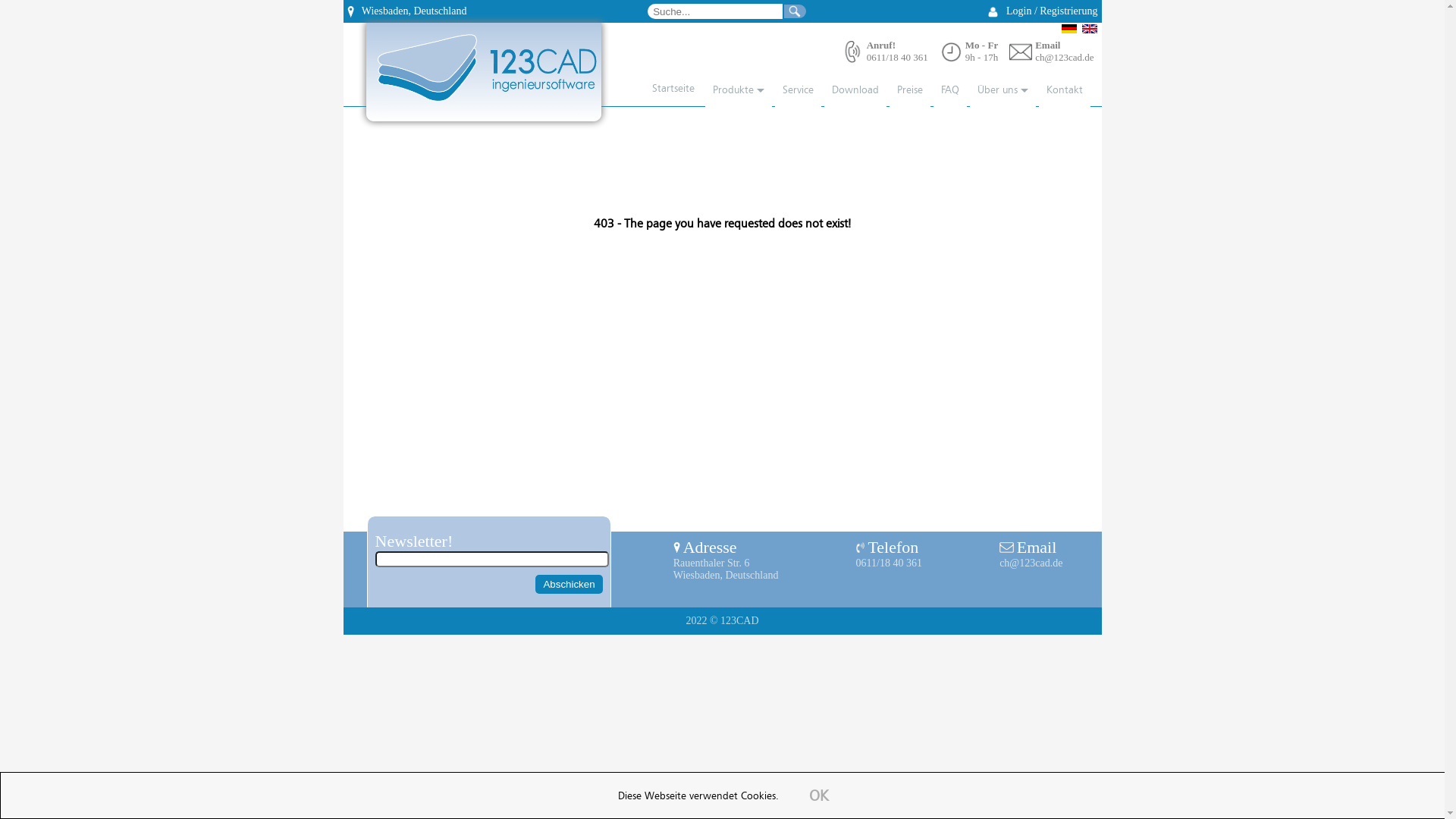  I want to click on 'Startseite', so click(666, 89).